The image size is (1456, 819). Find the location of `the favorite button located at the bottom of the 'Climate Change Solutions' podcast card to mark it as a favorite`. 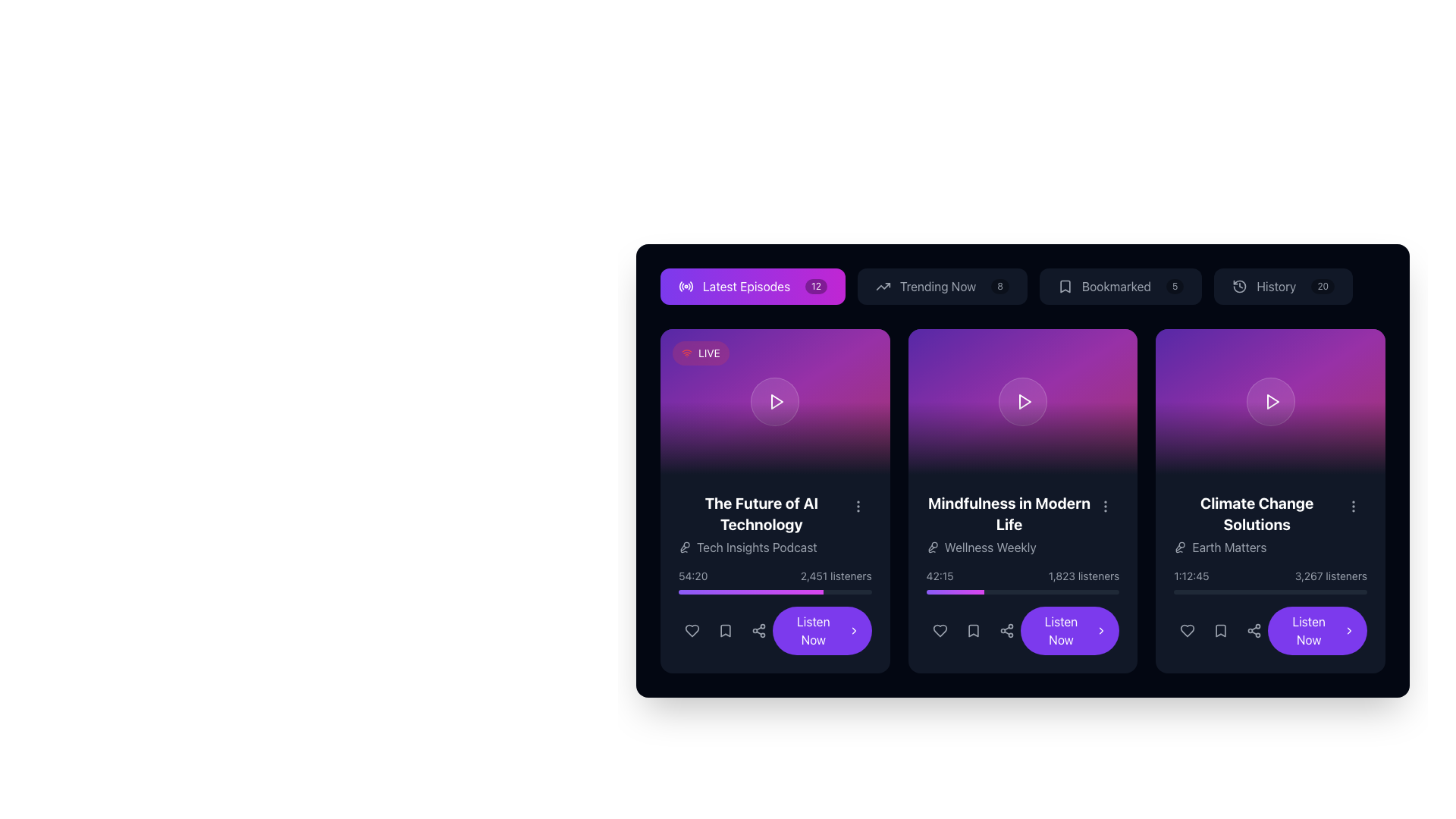

the favorite button located at the bottom of the 'Climate Change Solutions' podcast card to mark it as a favorite is located at coordinates (1187, 631).